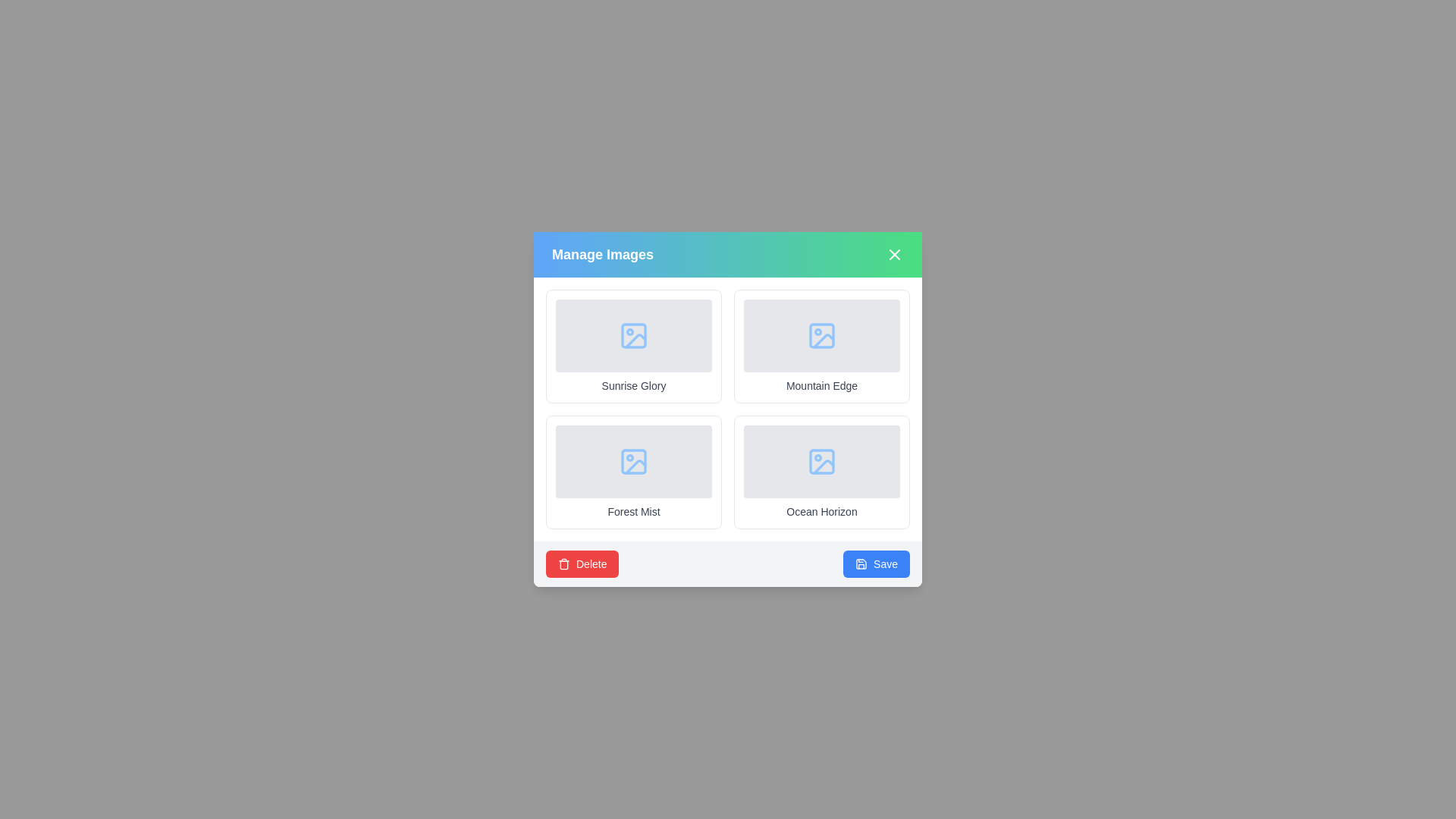 The width and height of the screenshot is (1456, 819). Describe the element at coordinates (633, 461) in the screenshot. I see `the decorative icon within the bottom-left image placeholder labeled 'Forest Mist', which is centrally located in the icon` at that location.